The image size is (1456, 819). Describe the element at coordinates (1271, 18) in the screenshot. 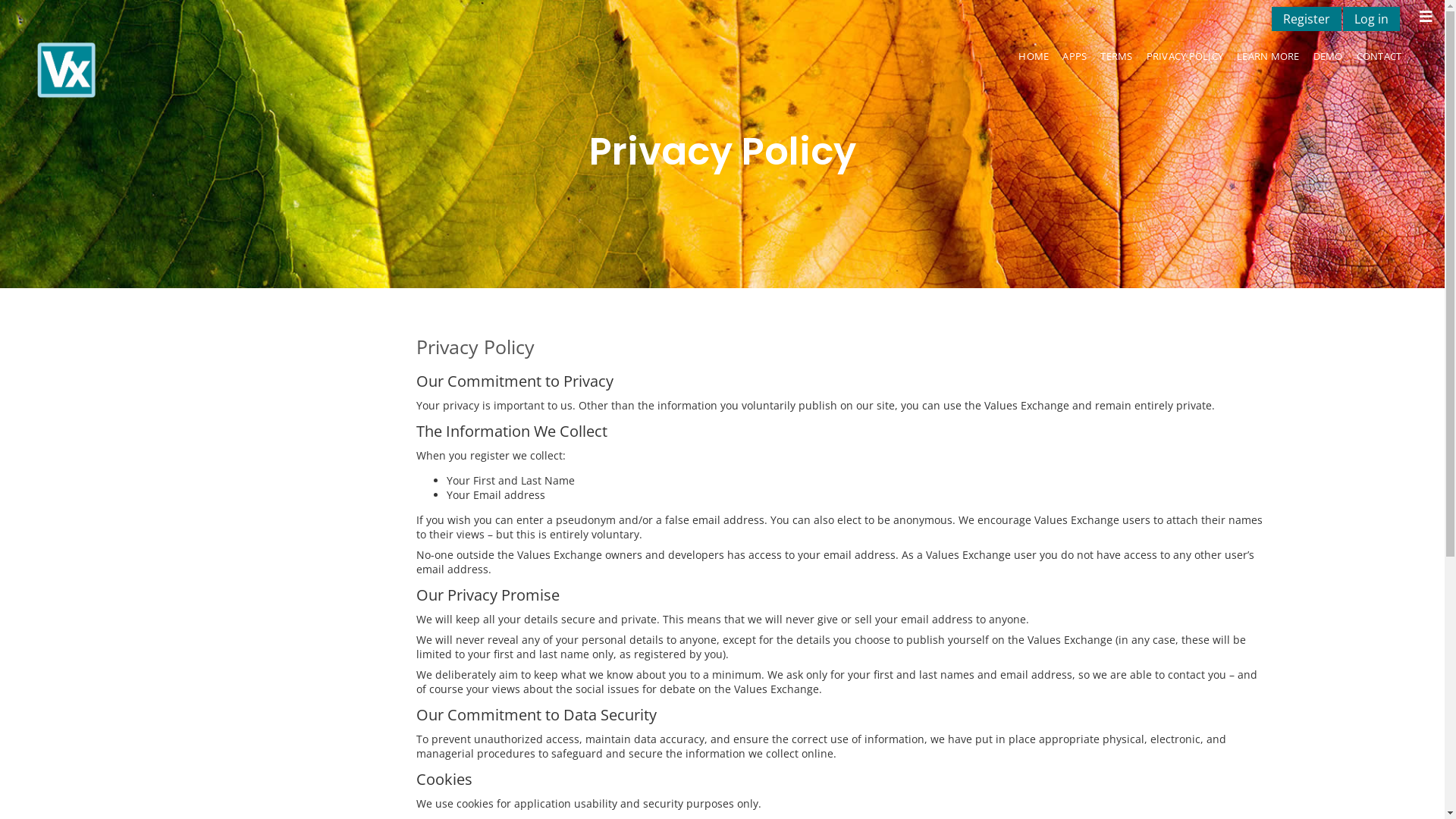

I see `'Register'` at that location.